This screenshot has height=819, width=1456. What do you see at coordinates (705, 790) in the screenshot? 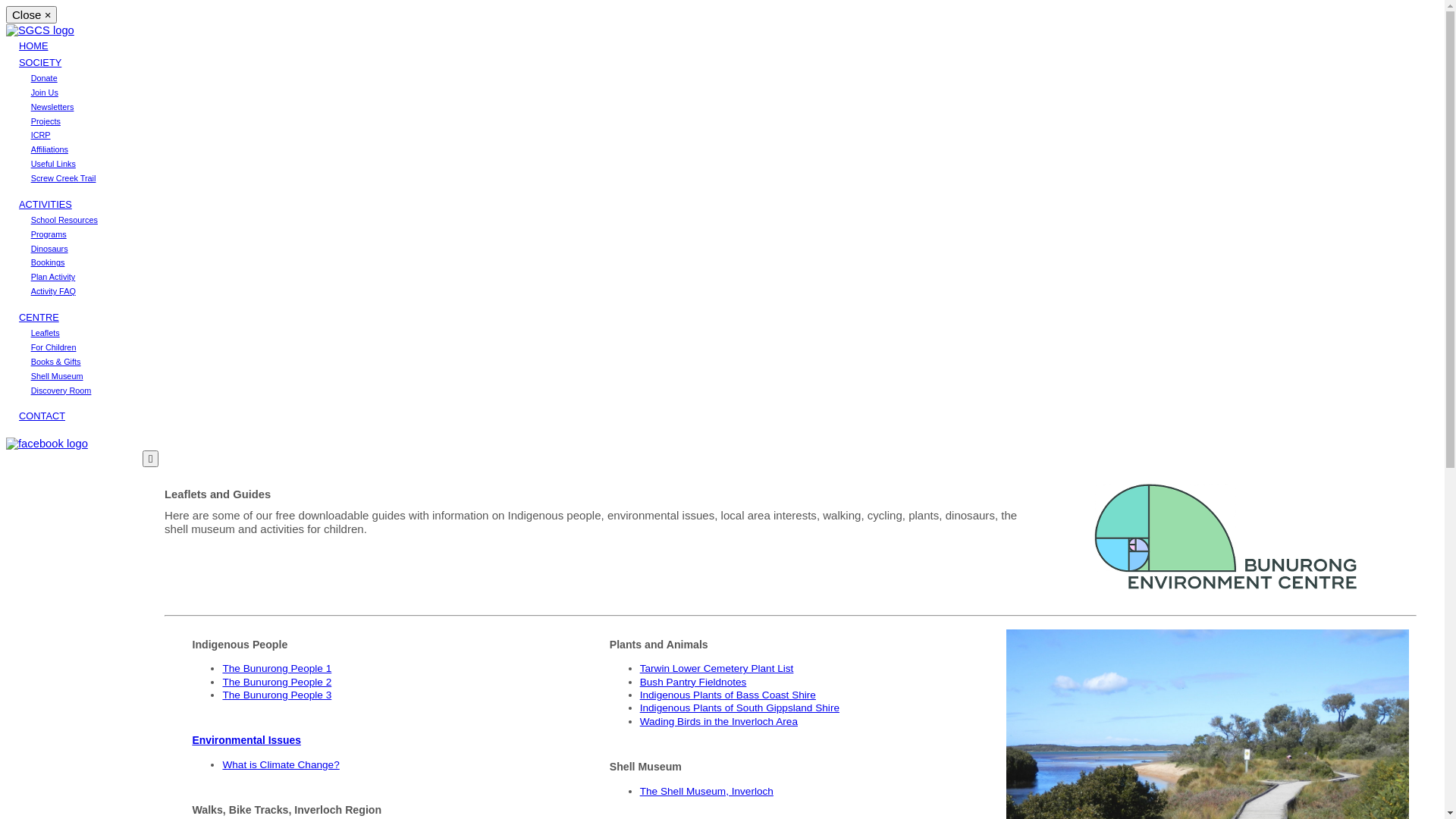
I see `'The Shell Museum, Inverloch'` at bounding box center [705, 790].